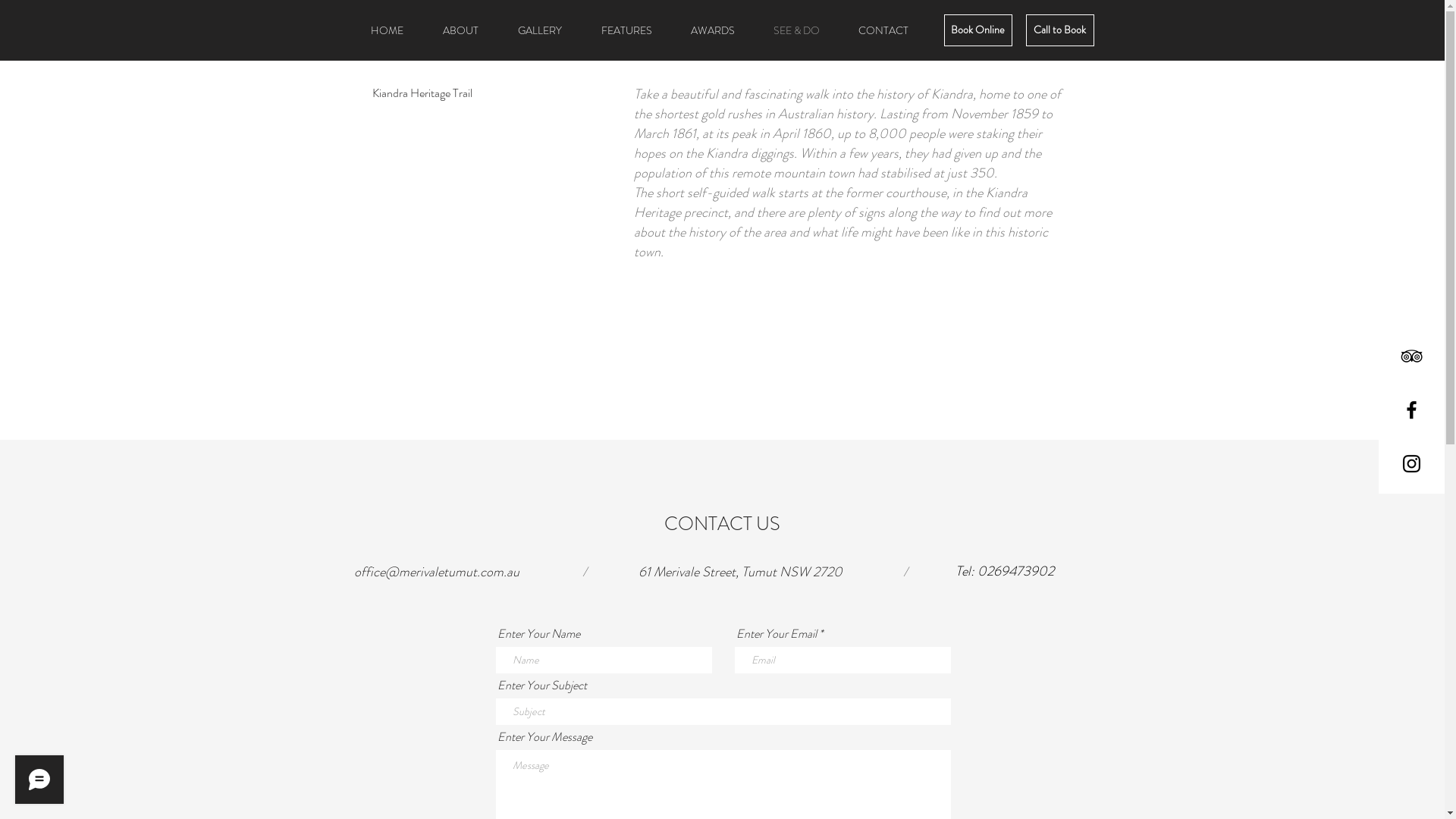 The width and height of the screenshot is (1456, 819). What do you see at coordinates (626, 30) in the screenshot?
I see `'FEATURES'` at bounding box center [626, 30].